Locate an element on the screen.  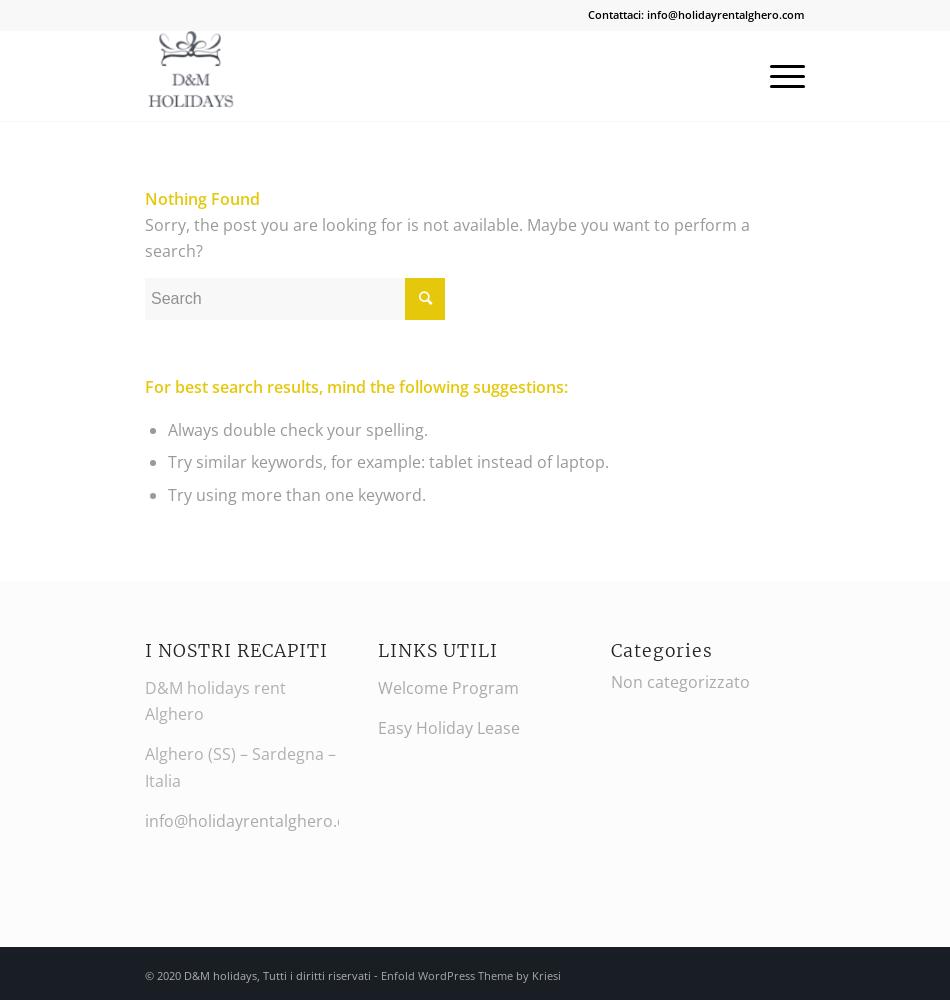
'Sorry, the post you are looking for is not available. Maybe you want to perform a search?' is located at coordinates (446, 236).